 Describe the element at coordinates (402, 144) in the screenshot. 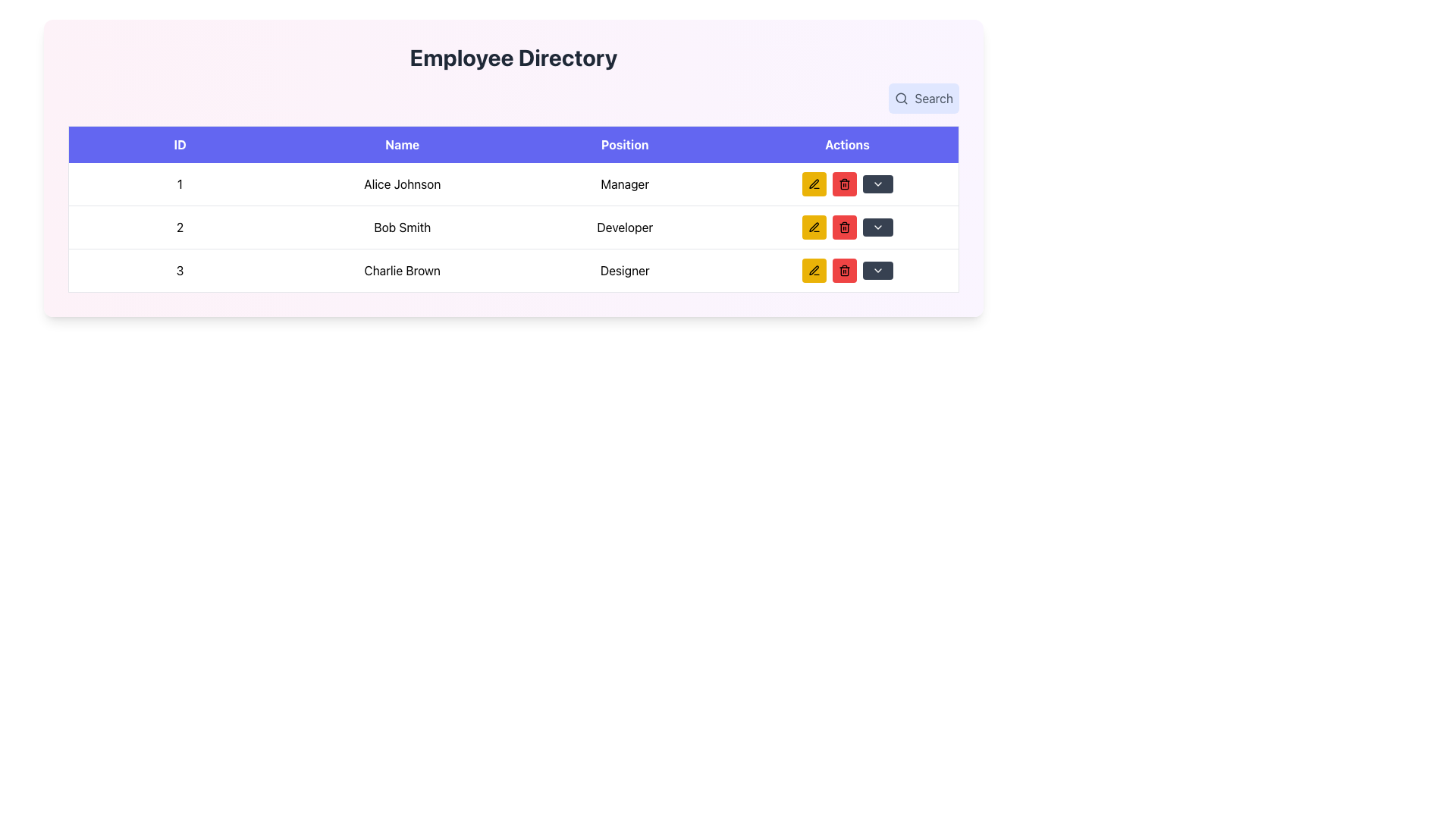

I see `the text block labeled 'Name' which is the second column header in a table, styled with white text on a purple background` at that location.